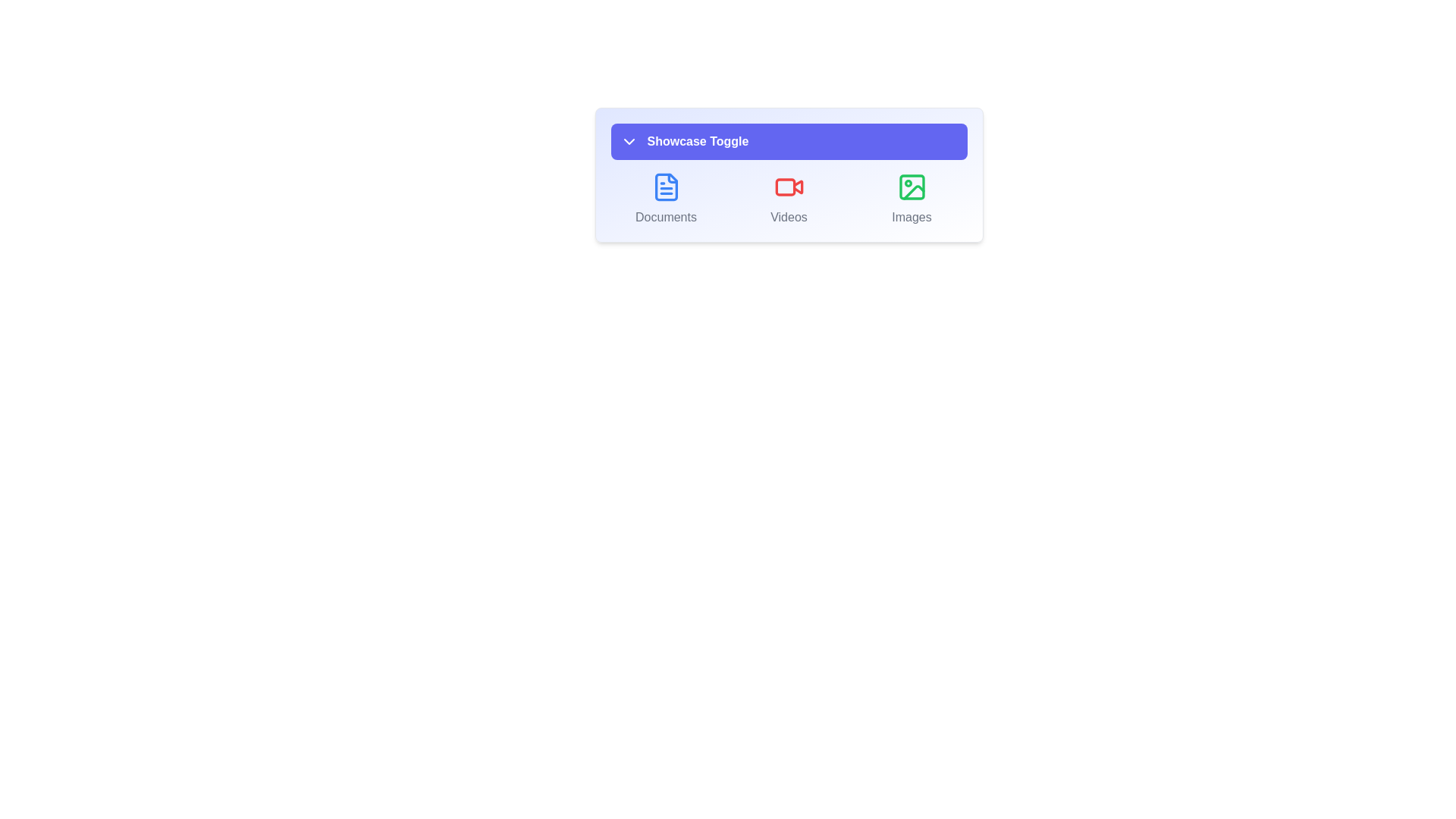 The height and width of the screenshot is (819, 1456). What do you see at coordinates (666, 198) in the screenshot?
I see `the first Labelled Icon Button representing 'Documents', which is a vertical stack of a document icon and the text label in gray color` at bounding box center [666, 198].